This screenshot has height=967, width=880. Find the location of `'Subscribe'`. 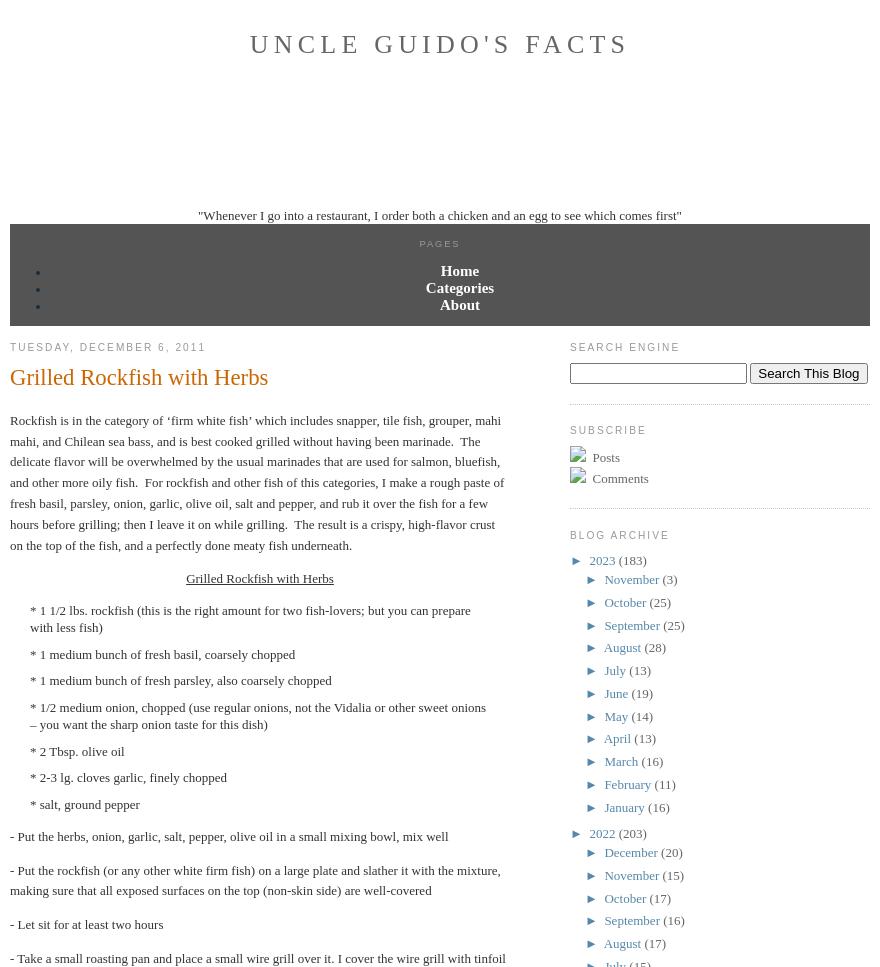

'Subscribe' is located at coordinates (569, 429).